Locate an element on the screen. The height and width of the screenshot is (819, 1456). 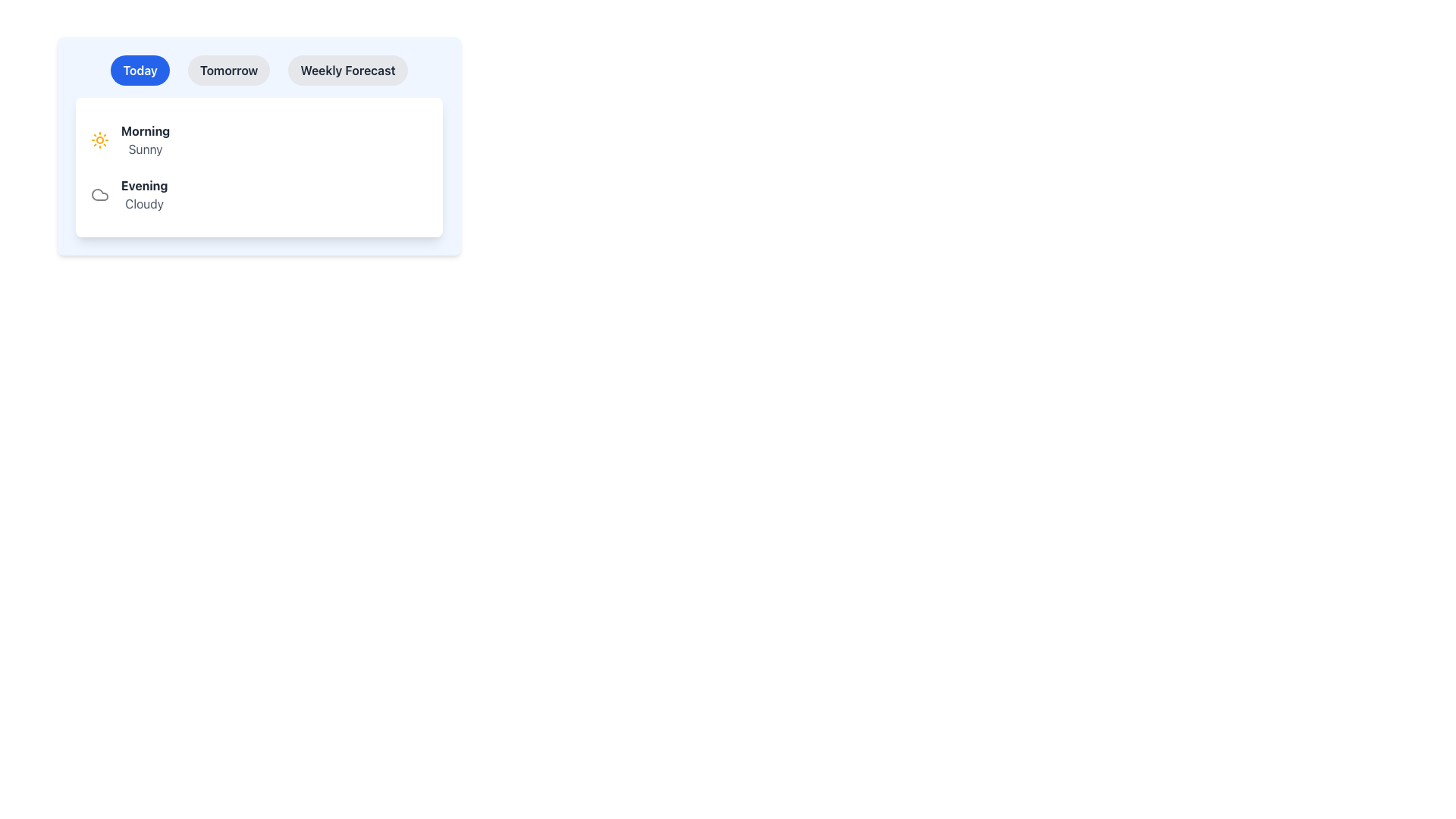
the Text Label describing the evening weather forecast, located below the 'Morning' section and adjacent to the cloudy weather icon is located at coordinates (144, 185).